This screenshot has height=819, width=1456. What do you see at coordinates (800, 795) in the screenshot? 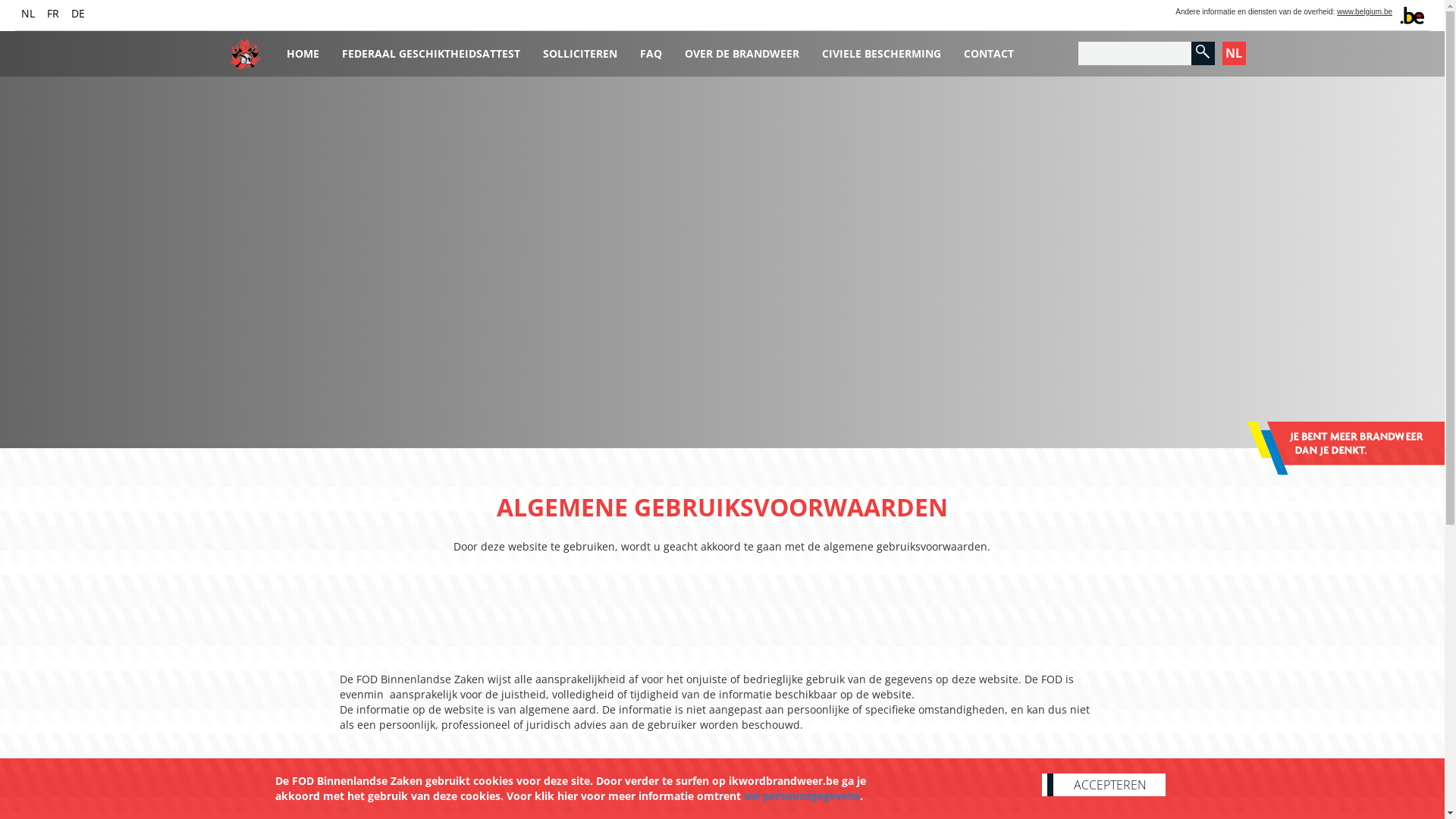
I see `'uw persoonsgegevens'` at bounding box center [800, 795].